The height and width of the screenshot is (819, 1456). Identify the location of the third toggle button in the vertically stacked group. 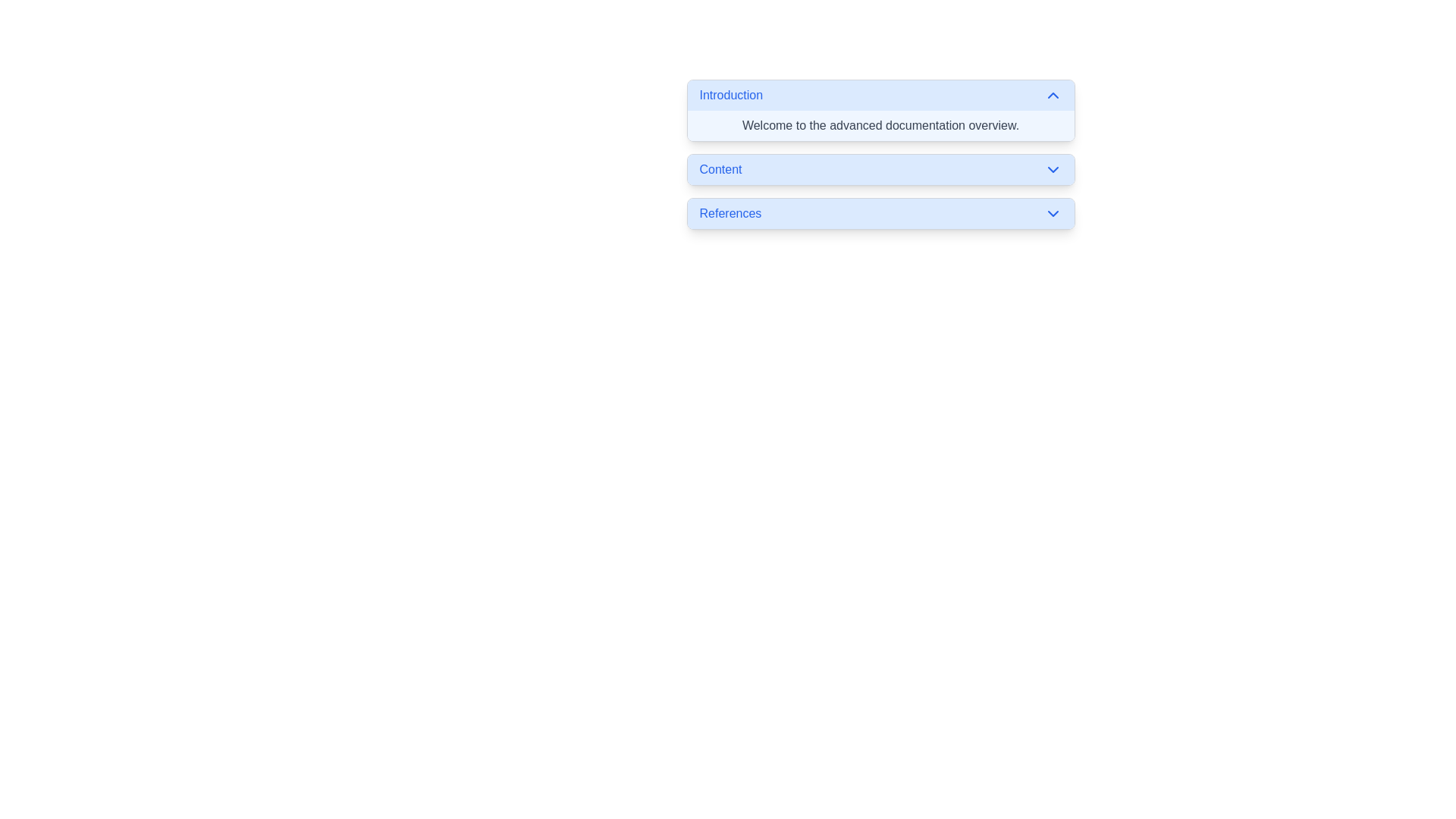
(880, 213).